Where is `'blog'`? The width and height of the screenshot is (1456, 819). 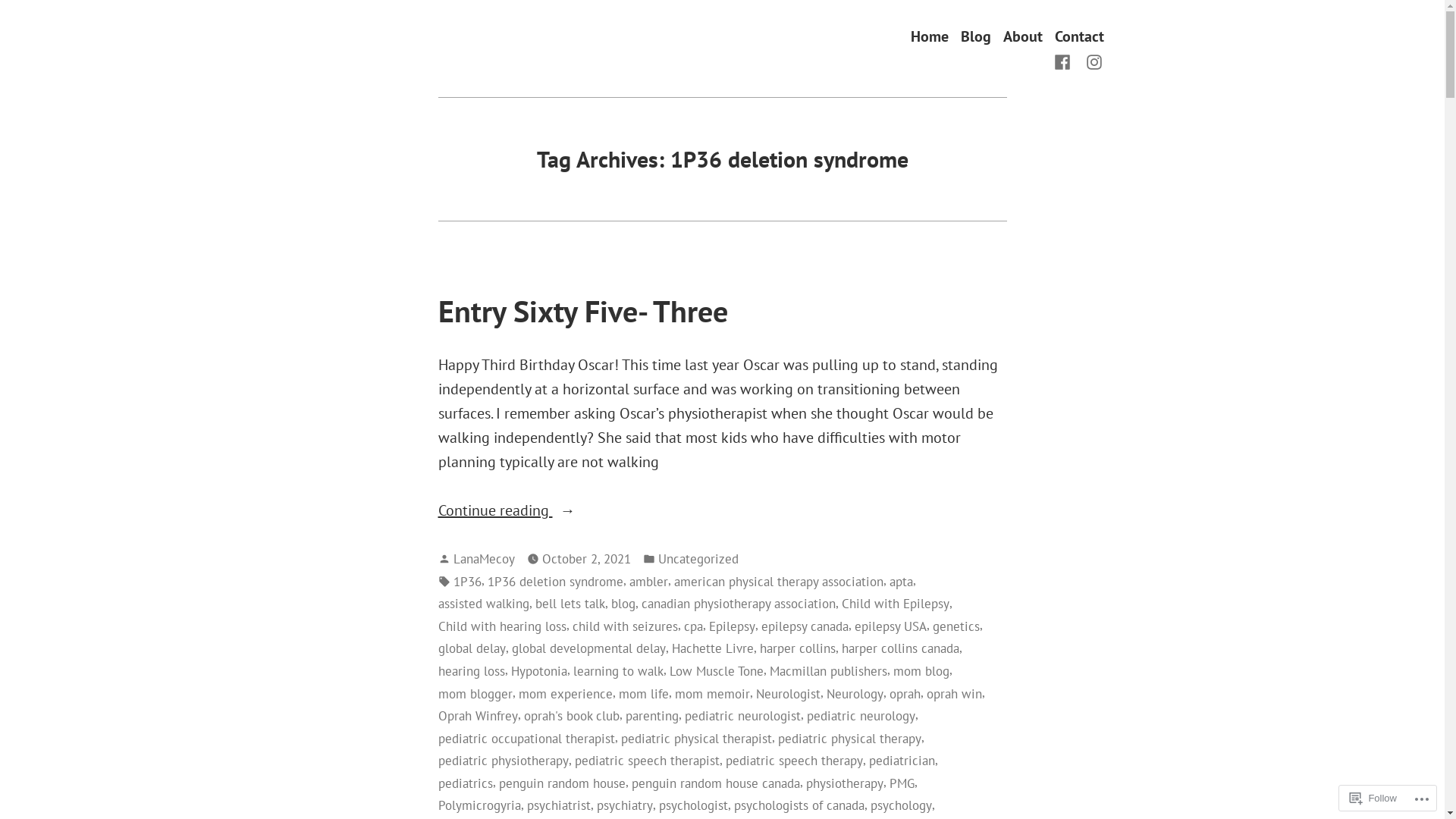 'blog' is located at coordinates (623, 602).